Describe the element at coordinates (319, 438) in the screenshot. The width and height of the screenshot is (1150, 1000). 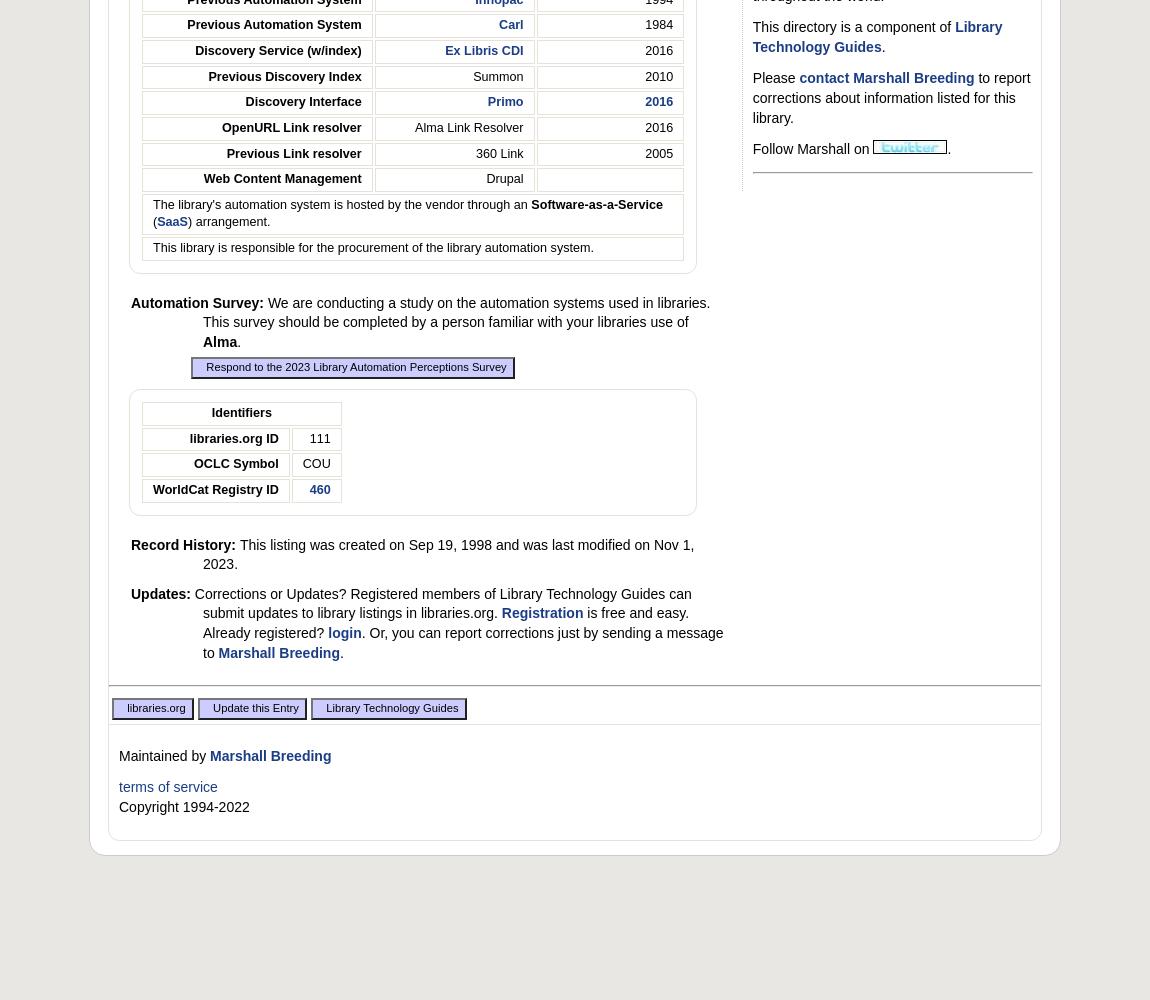
I see `'111'` at that location.